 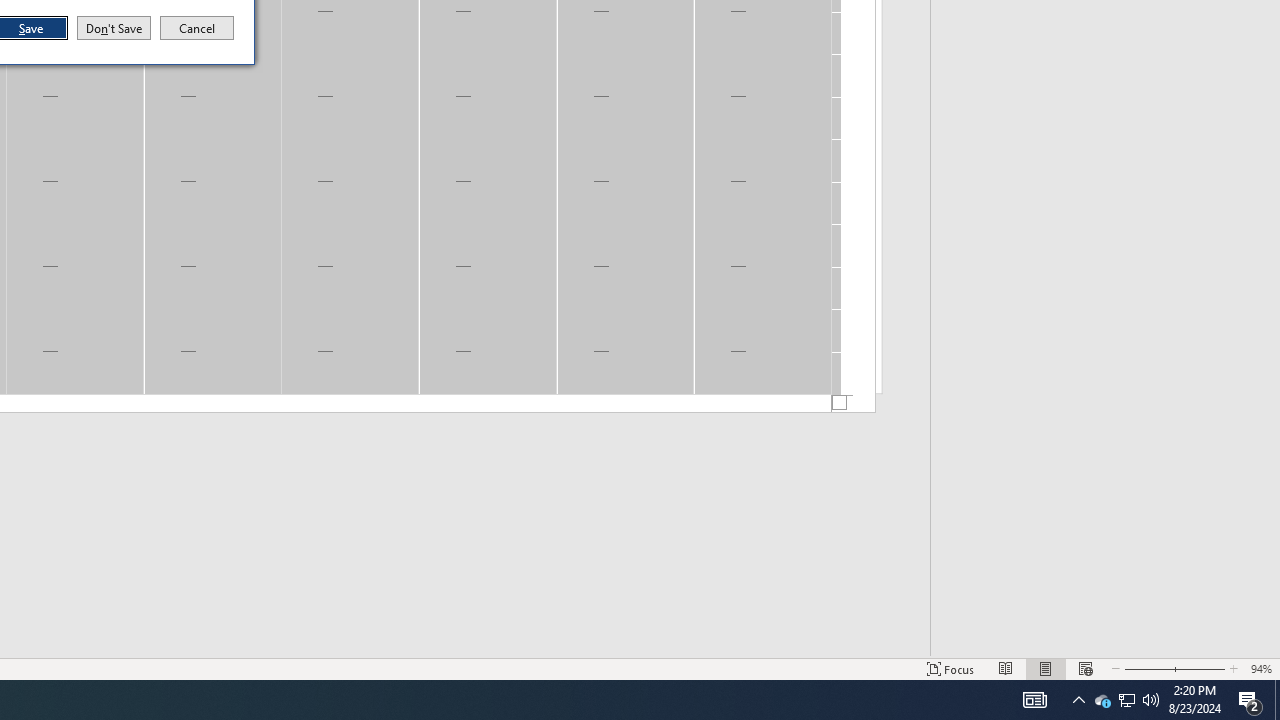 I want to click on 'Q2790: 100%', so click(x=1151, y=698).